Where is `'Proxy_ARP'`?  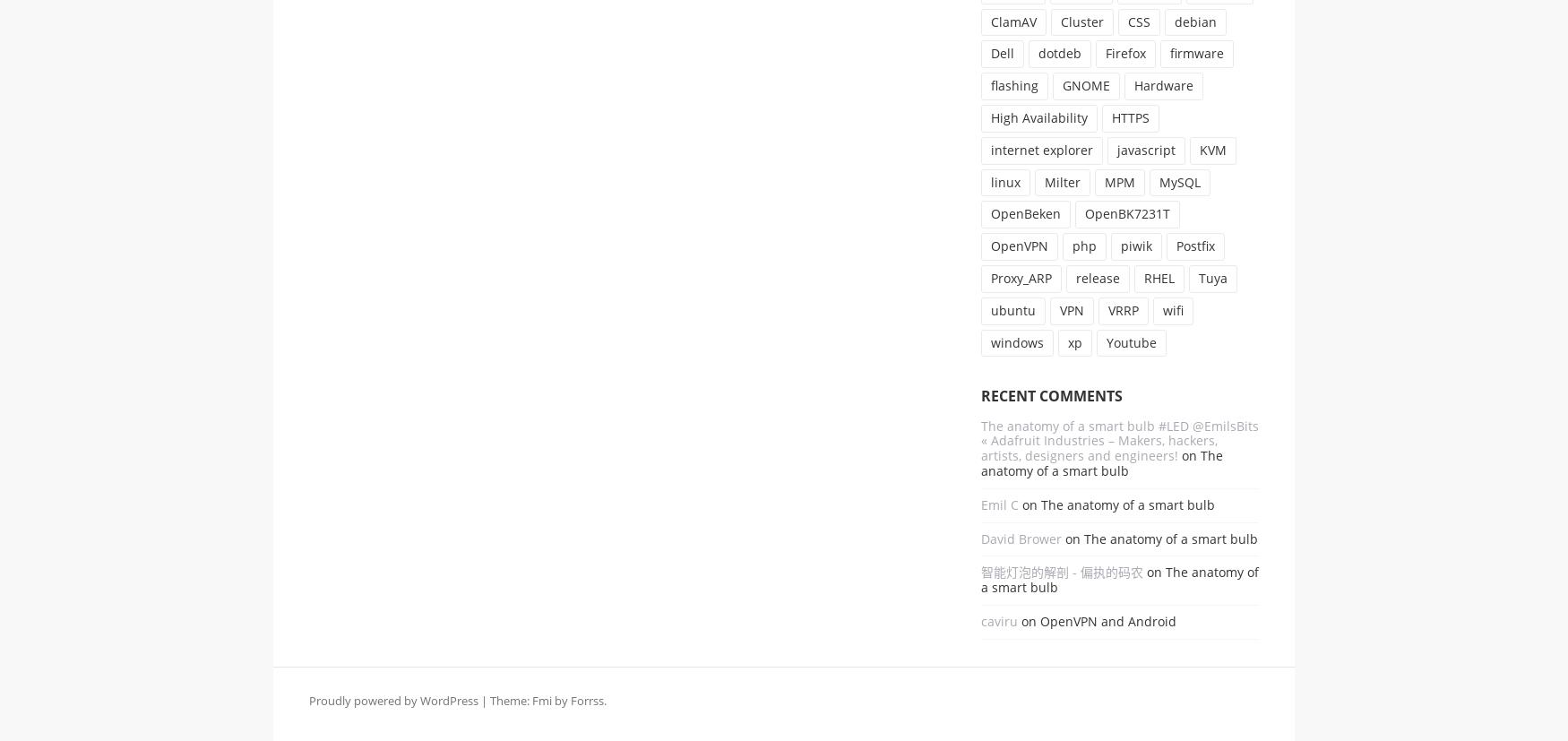 'Proxy_ARP' is located at coordinates (1020, 276).